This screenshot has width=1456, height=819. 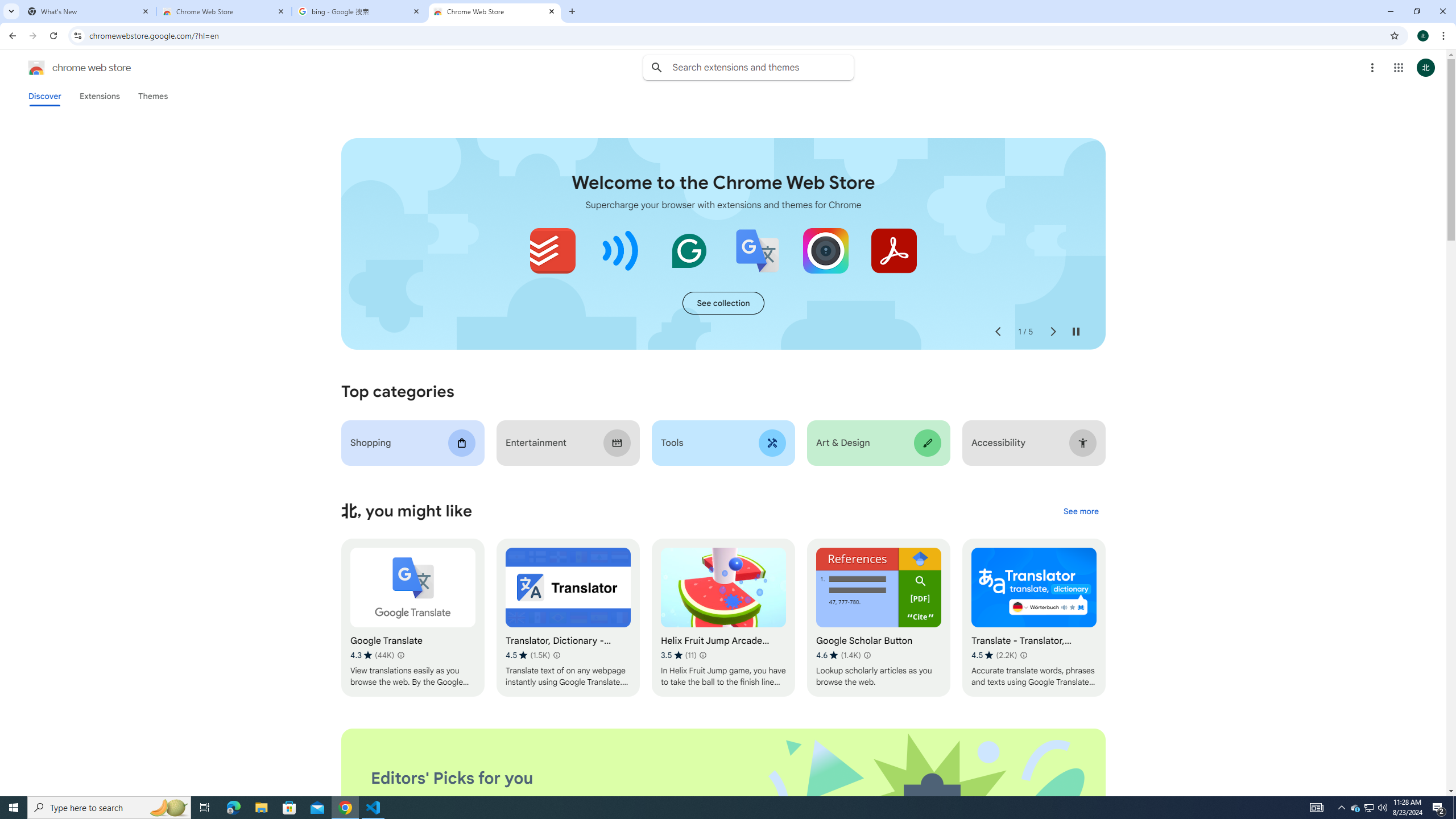 What do you see at coordinates (568, 617) in the screenshot?
I see `'Translator, Dictionary - Accurate Translate'` at bounding box center [568, 617].